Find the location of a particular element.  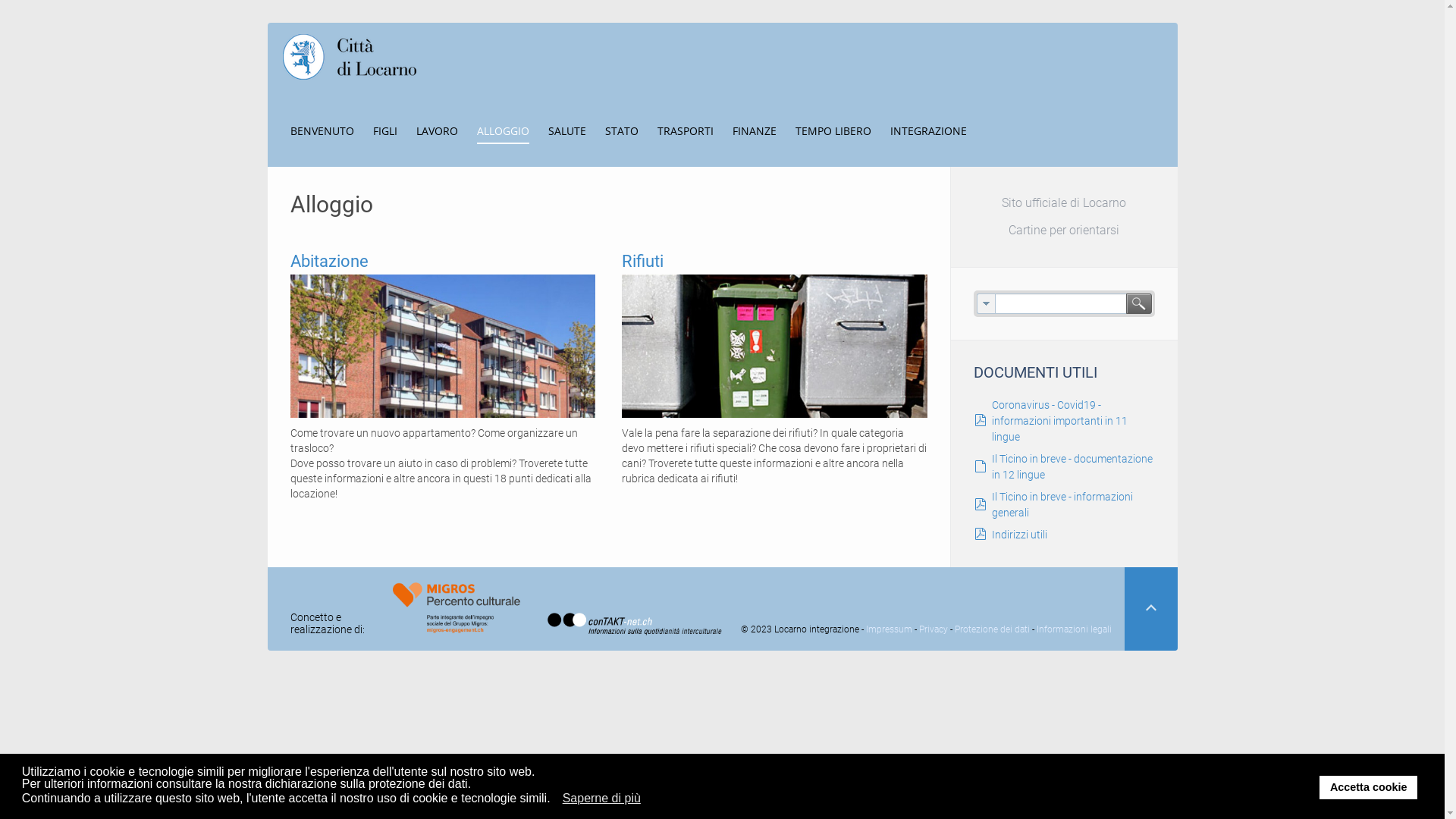

'TEMPO LIBERO' is located at coordinates (832, 130).